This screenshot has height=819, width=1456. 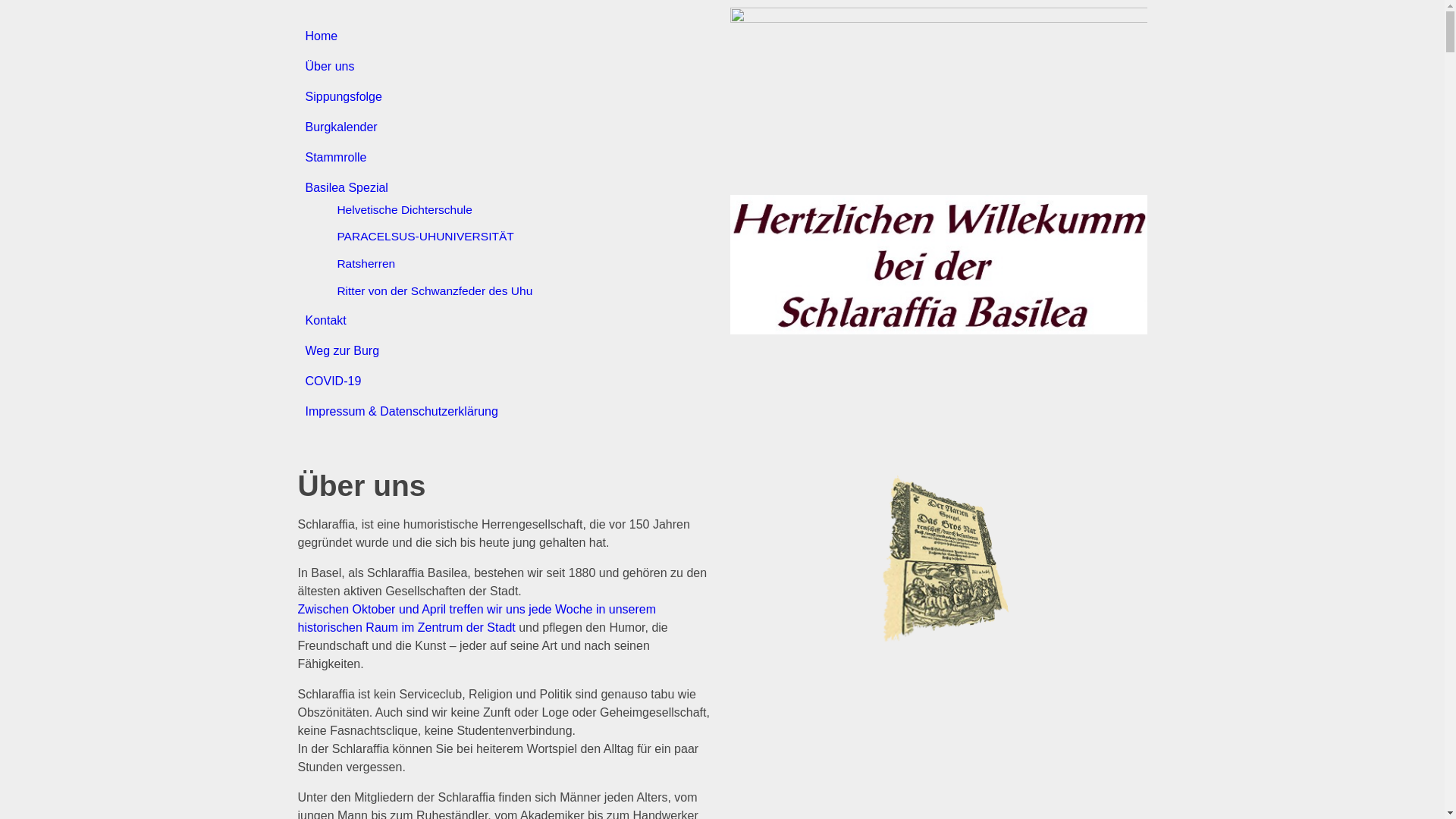 I want to click on 'Basilea Spezial', so click(x=304, y=187).